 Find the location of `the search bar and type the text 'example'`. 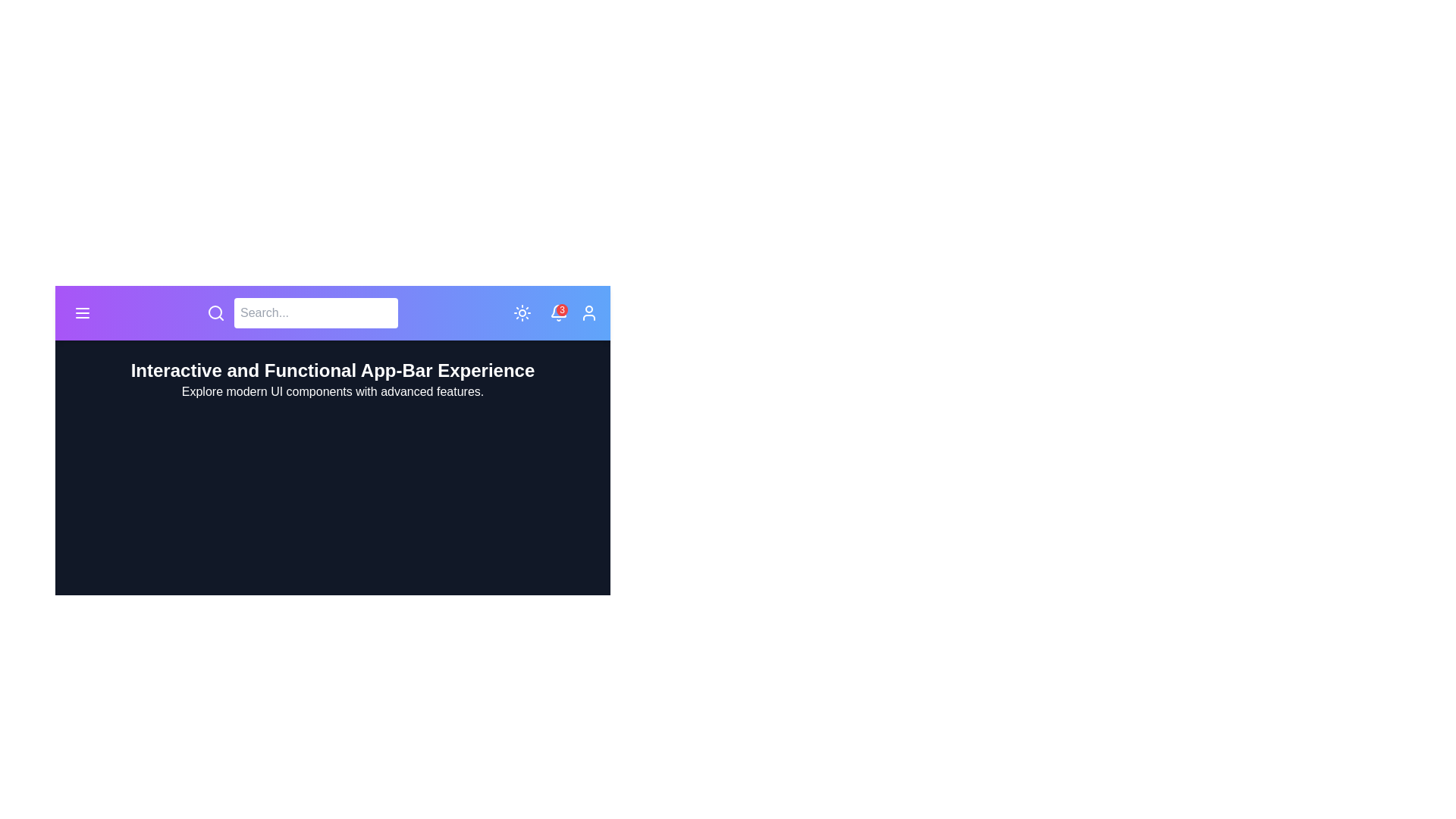

the search bar and type the text 'example' is located at coordinates (315, 312).